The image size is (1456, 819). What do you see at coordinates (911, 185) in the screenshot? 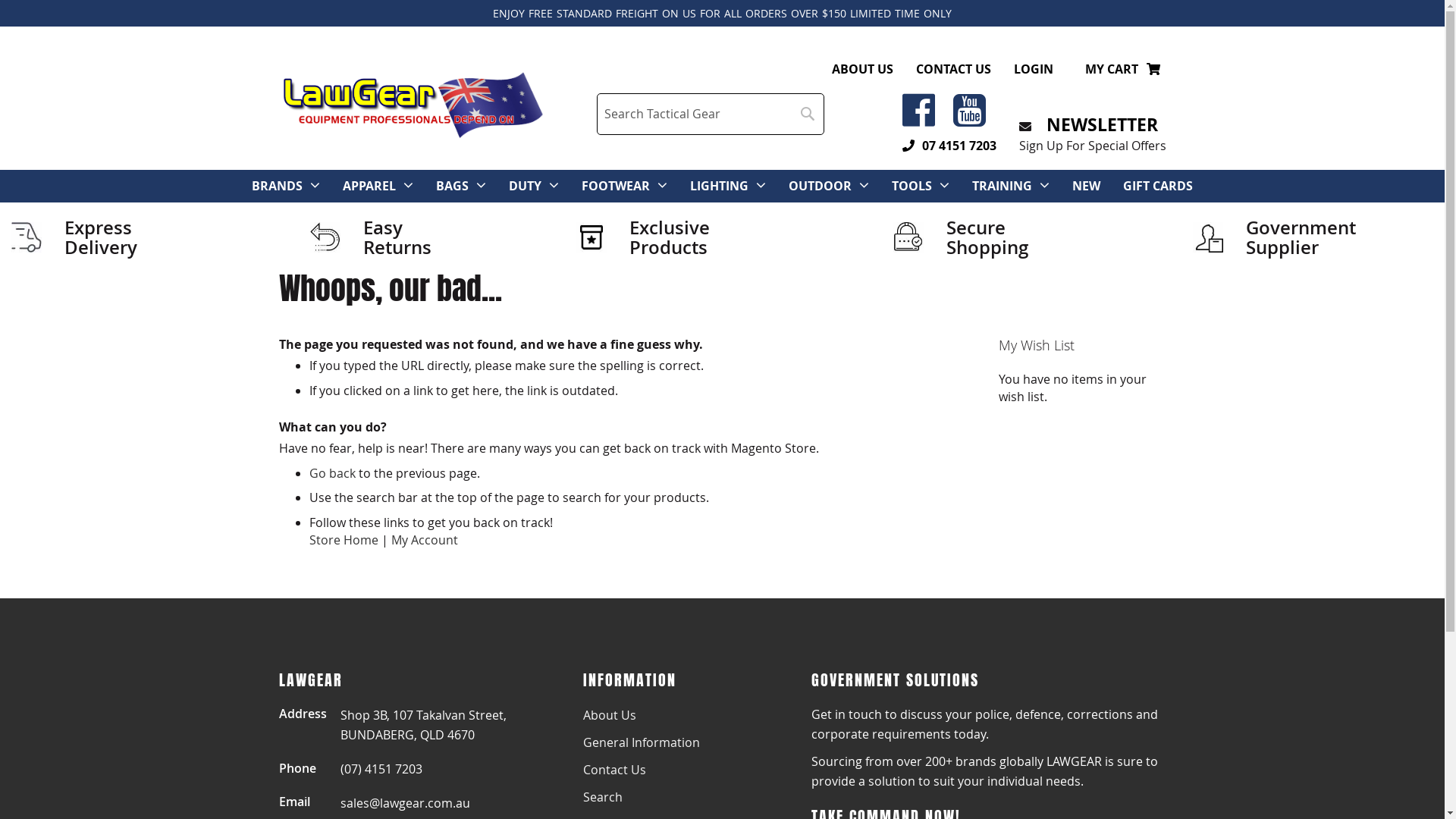
I see `'TOOLS'` at bounding box center [911, 185].